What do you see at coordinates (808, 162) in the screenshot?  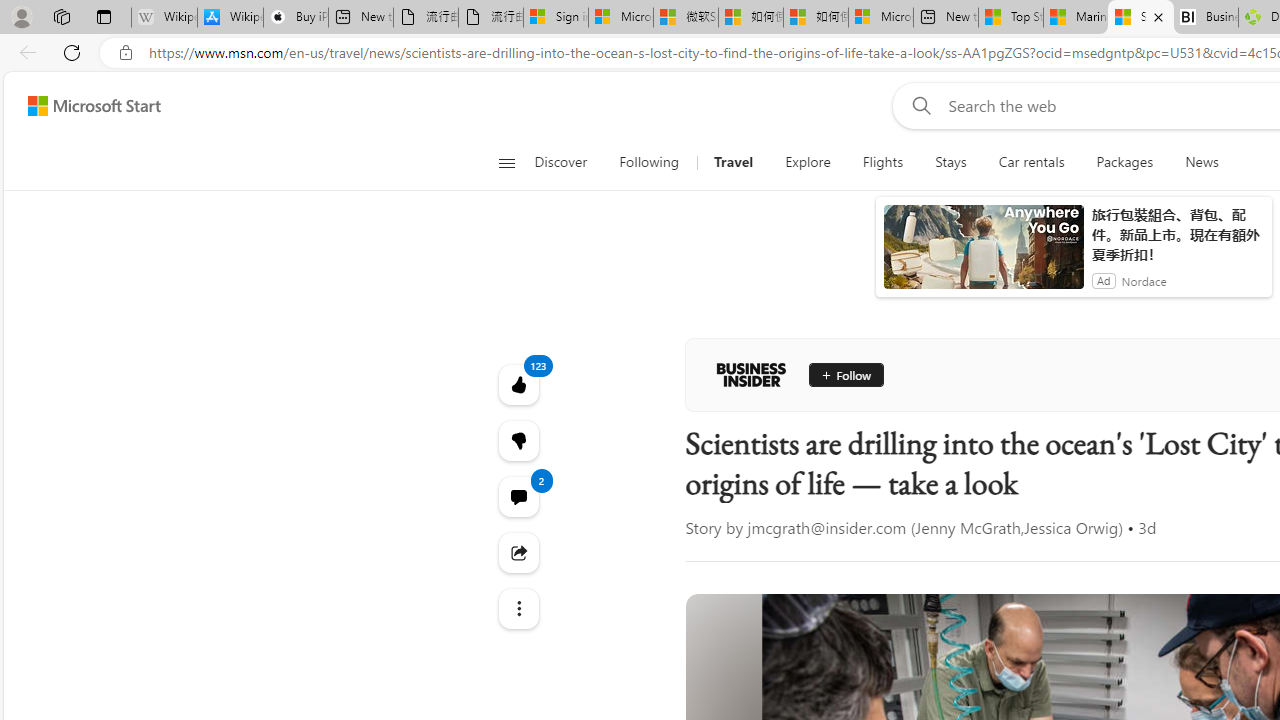 I see `'Explore'` at bounding box center [808, 162].